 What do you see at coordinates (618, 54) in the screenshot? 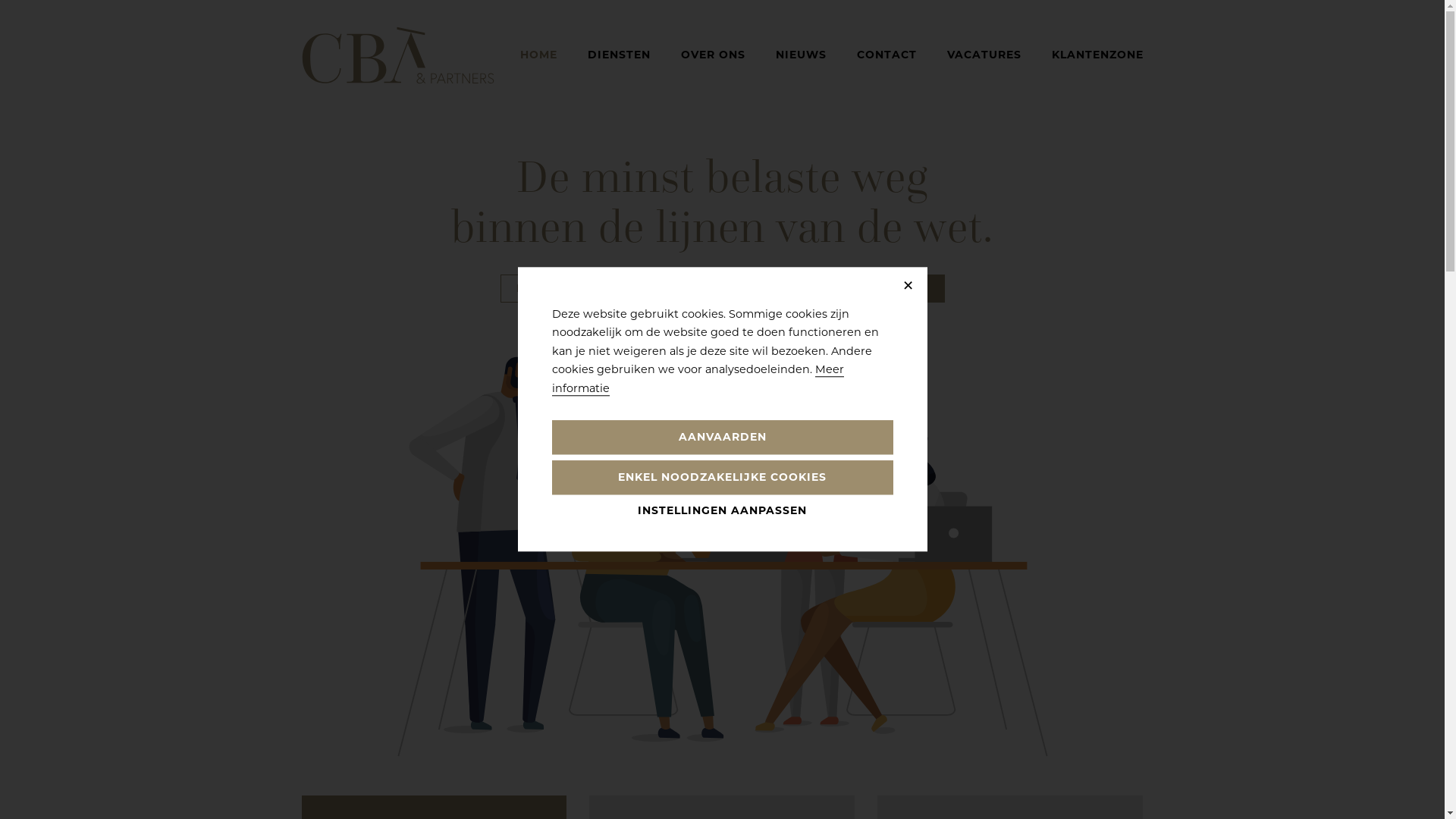
I see `'DIENSTEN'` at bounding box center [618, 54].